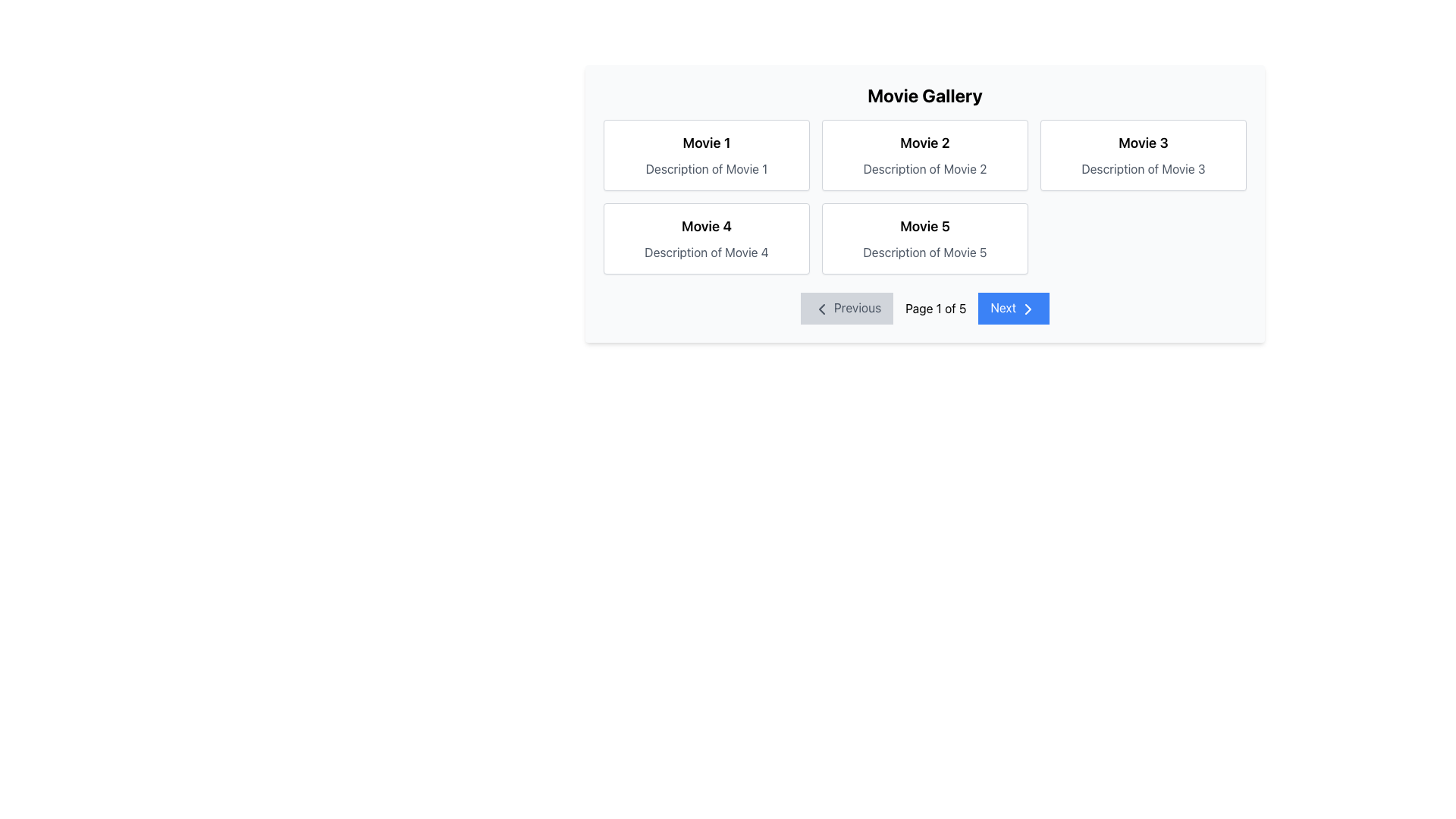 Image resolution: width=1456 pixels, height=819 pixels. Describe the element at coordinates (705, 227) in the screenshot. I see `the text label or heading that displays 'Movie 4', which is styled in bold and slightly larger font, located in the second row, first column of the grid layout` at that location.